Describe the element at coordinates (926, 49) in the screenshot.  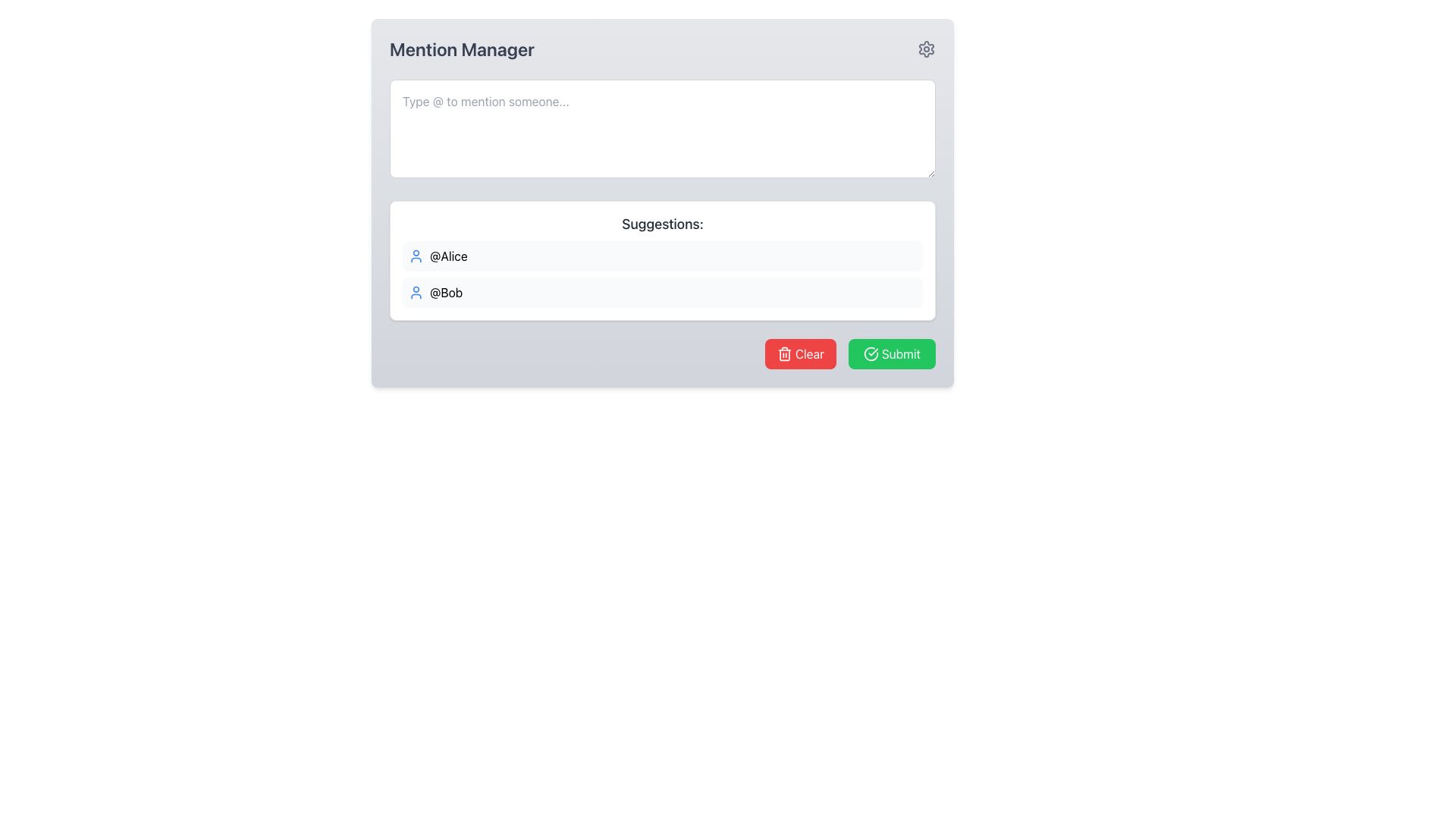
I see `the settings icon (gear symbol) located at the far right of the top bar in the 'Mention Manager' interface` at that location.